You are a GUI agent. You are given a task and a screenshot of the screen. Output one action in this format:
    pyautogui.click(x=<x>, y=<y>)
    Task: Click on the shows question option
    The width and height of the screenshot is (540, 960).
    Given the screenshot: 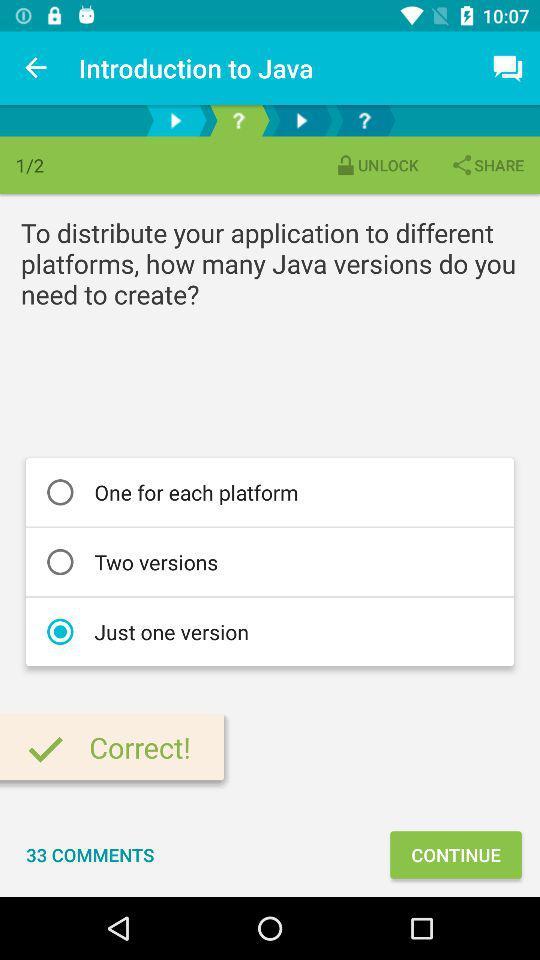 What is the action you would take?
    pyautogui.click(x=238, y=120)
    